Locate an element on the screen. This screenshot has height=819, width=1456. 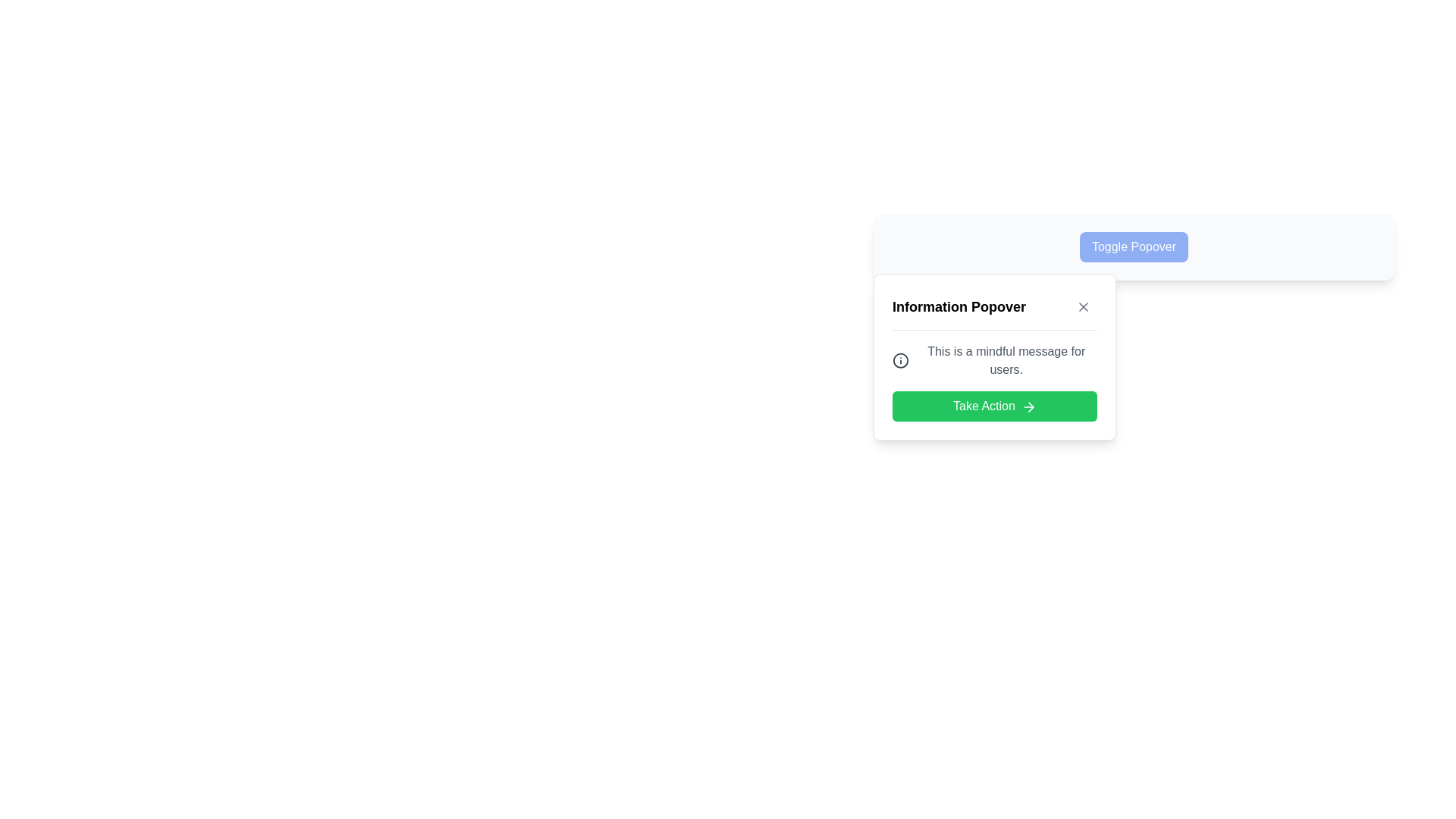
the blue button labeled 'Toggle Popover' with white text is located at coordinates (1134, 246).